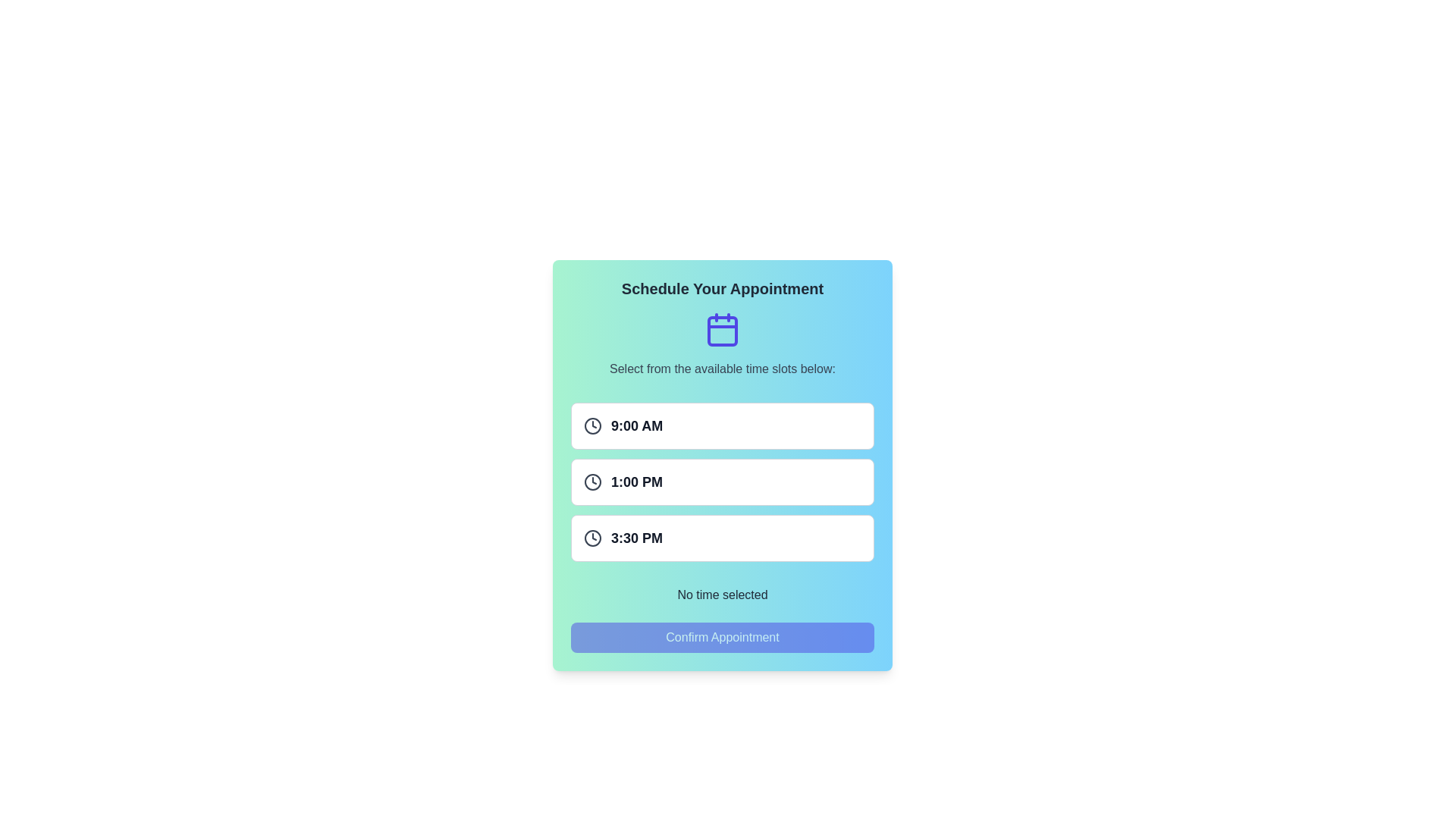 This screenshot has width=1456, height=819. What do you see at coordinates (637, 426) in the screenshot?
I see `the Static Text representing the 9:00 AM appointment time, which is part of the interactive time slot selection group` at bounding box center [637, 426].